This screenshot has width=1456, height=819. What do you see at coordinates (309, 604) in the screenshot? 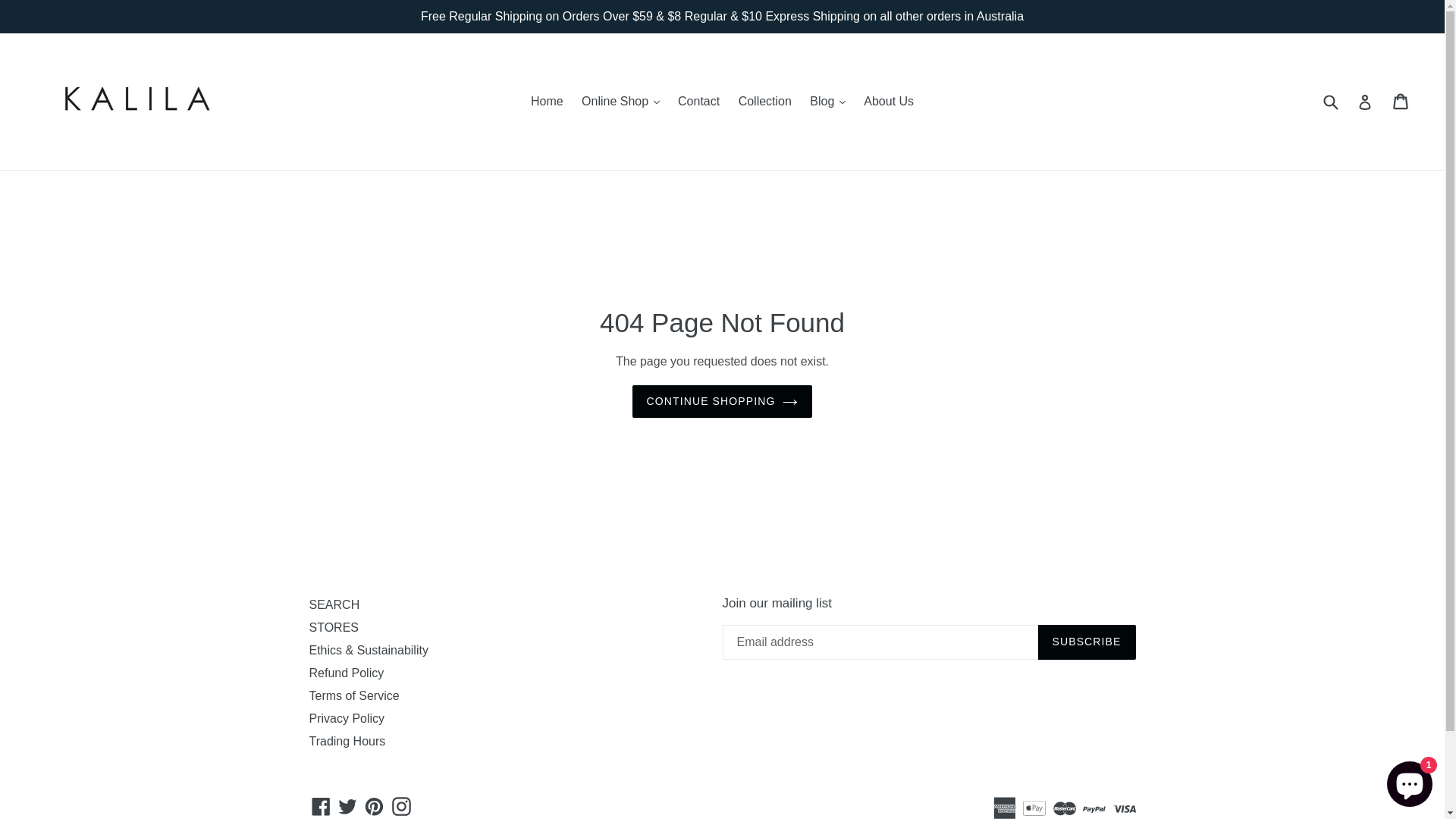
I see `'SEARCH'` at bounding box center [309, 604].